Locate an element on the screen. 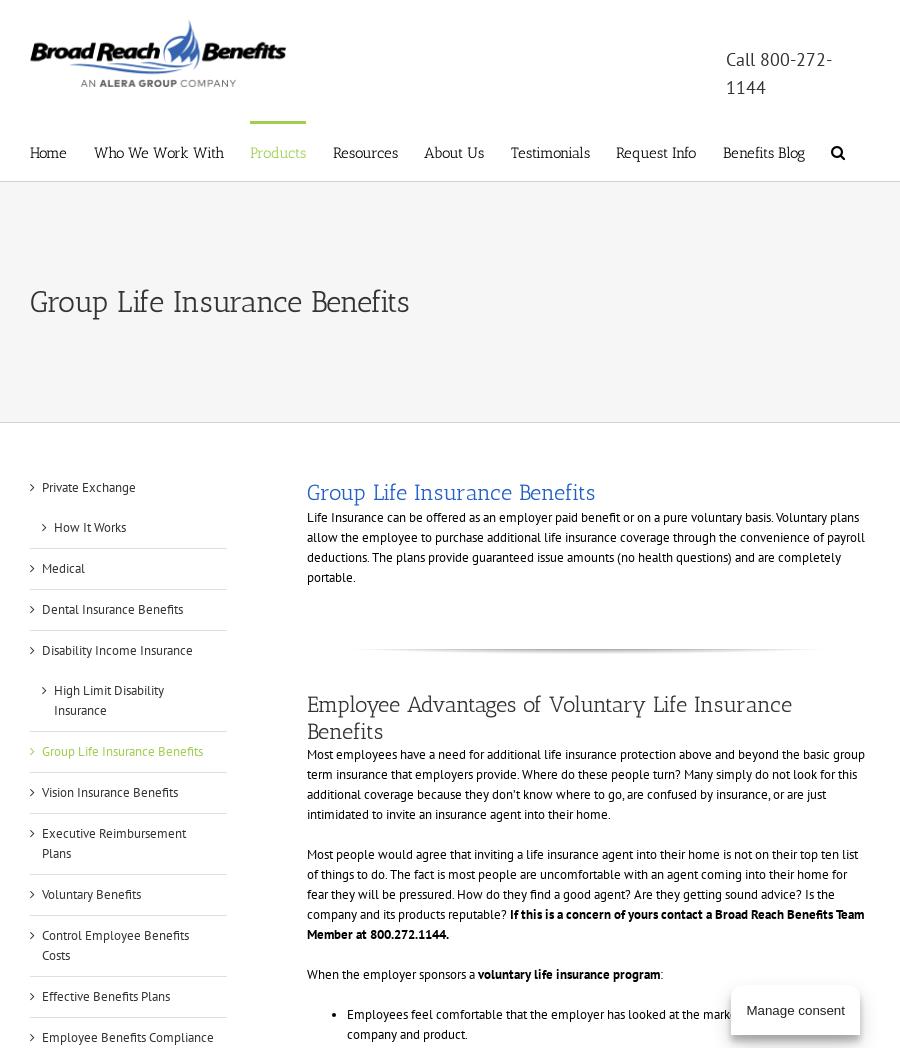  'When the employer sponsors a' is located at coordinates (305, 973).